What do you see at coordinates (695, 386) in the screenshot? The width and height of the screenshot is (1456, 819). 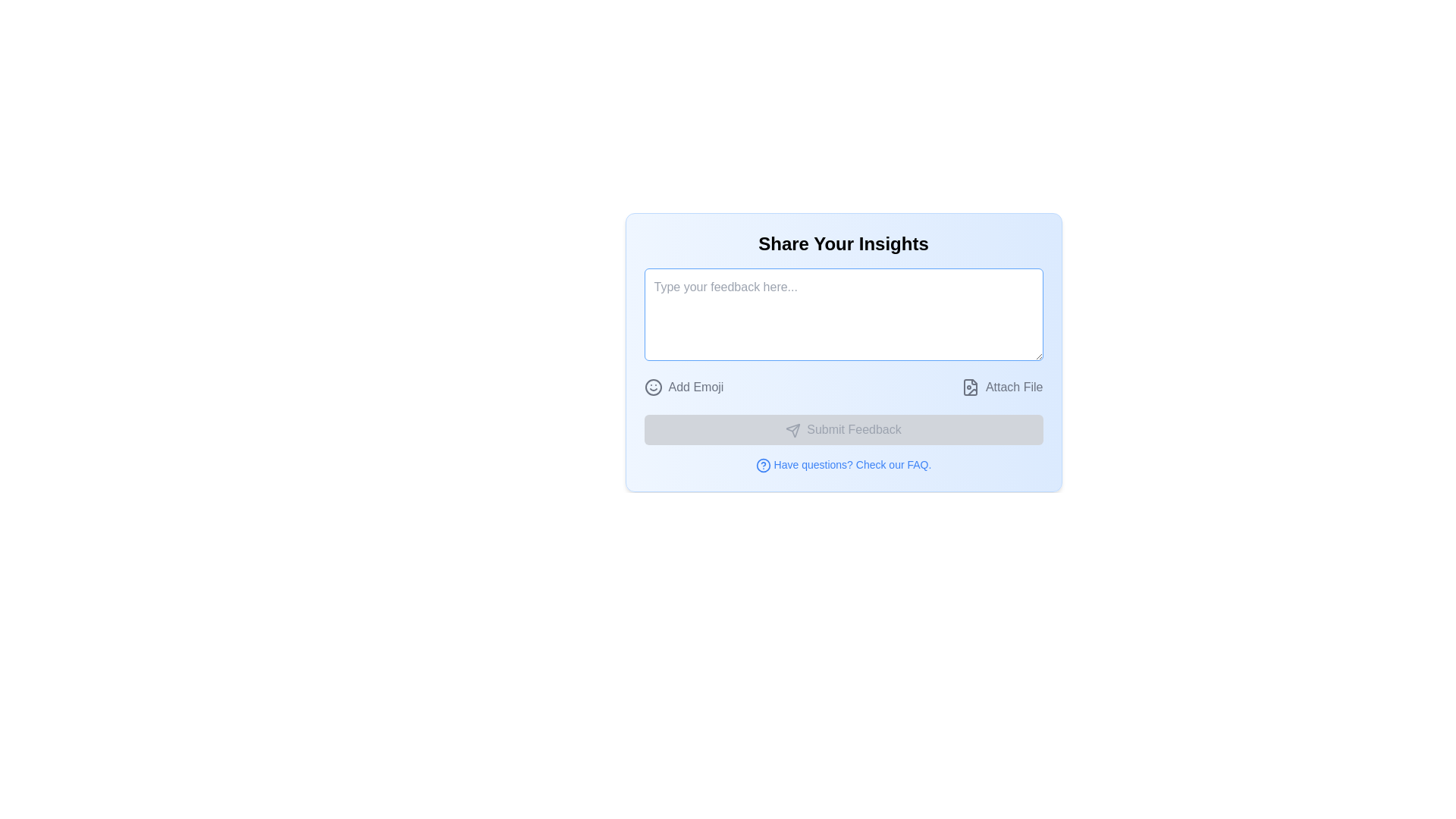 I see `the 'Add Emoji' text label element, which is displayed in gray on a light blue background, positioned next to an emoji icon and to the left of an 'Attach File' option` at bounding box center [695, 386].